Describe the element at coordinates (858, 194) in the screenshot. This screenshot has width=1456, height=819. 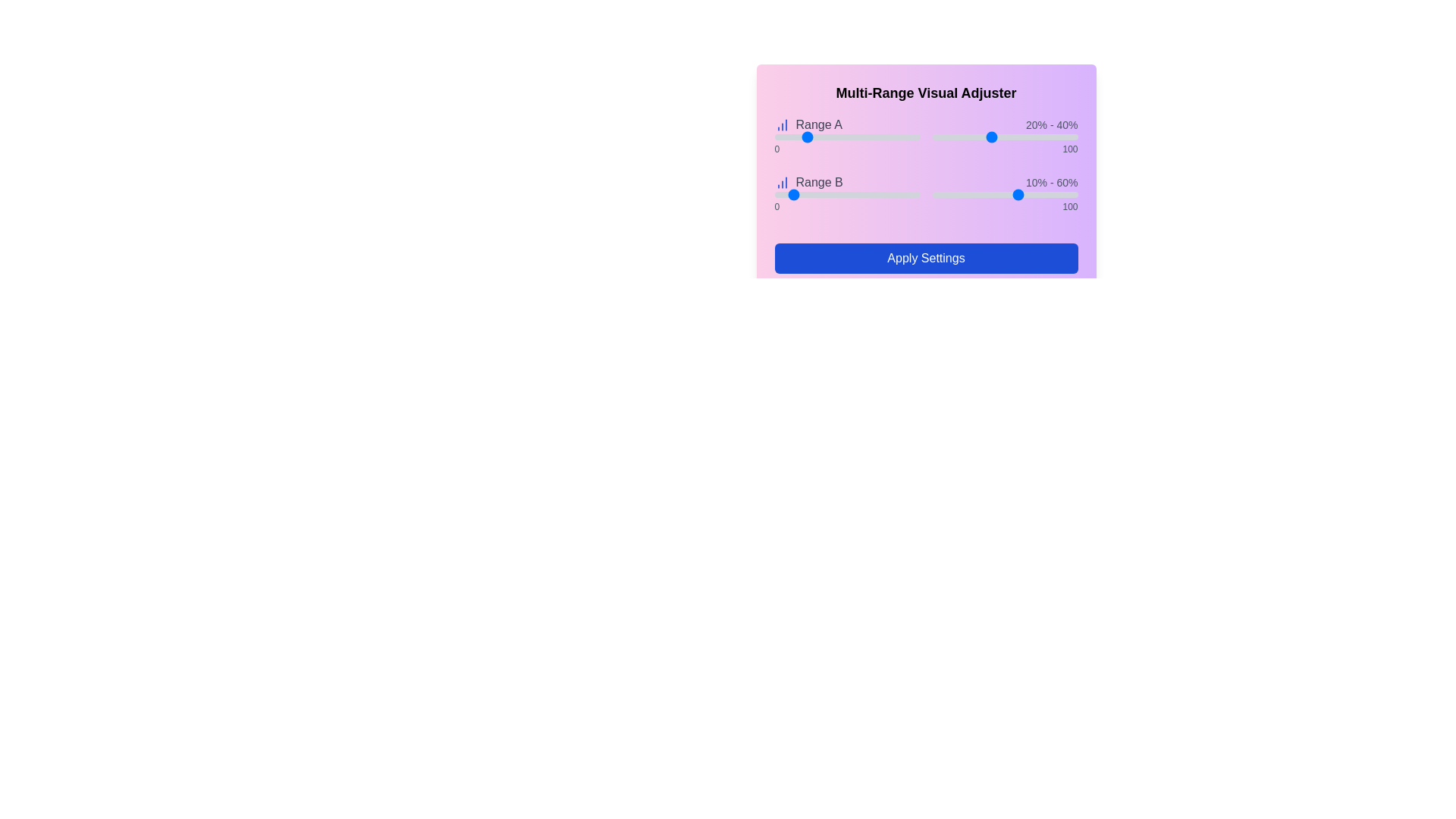
I see `the Range B slider position` at that location.